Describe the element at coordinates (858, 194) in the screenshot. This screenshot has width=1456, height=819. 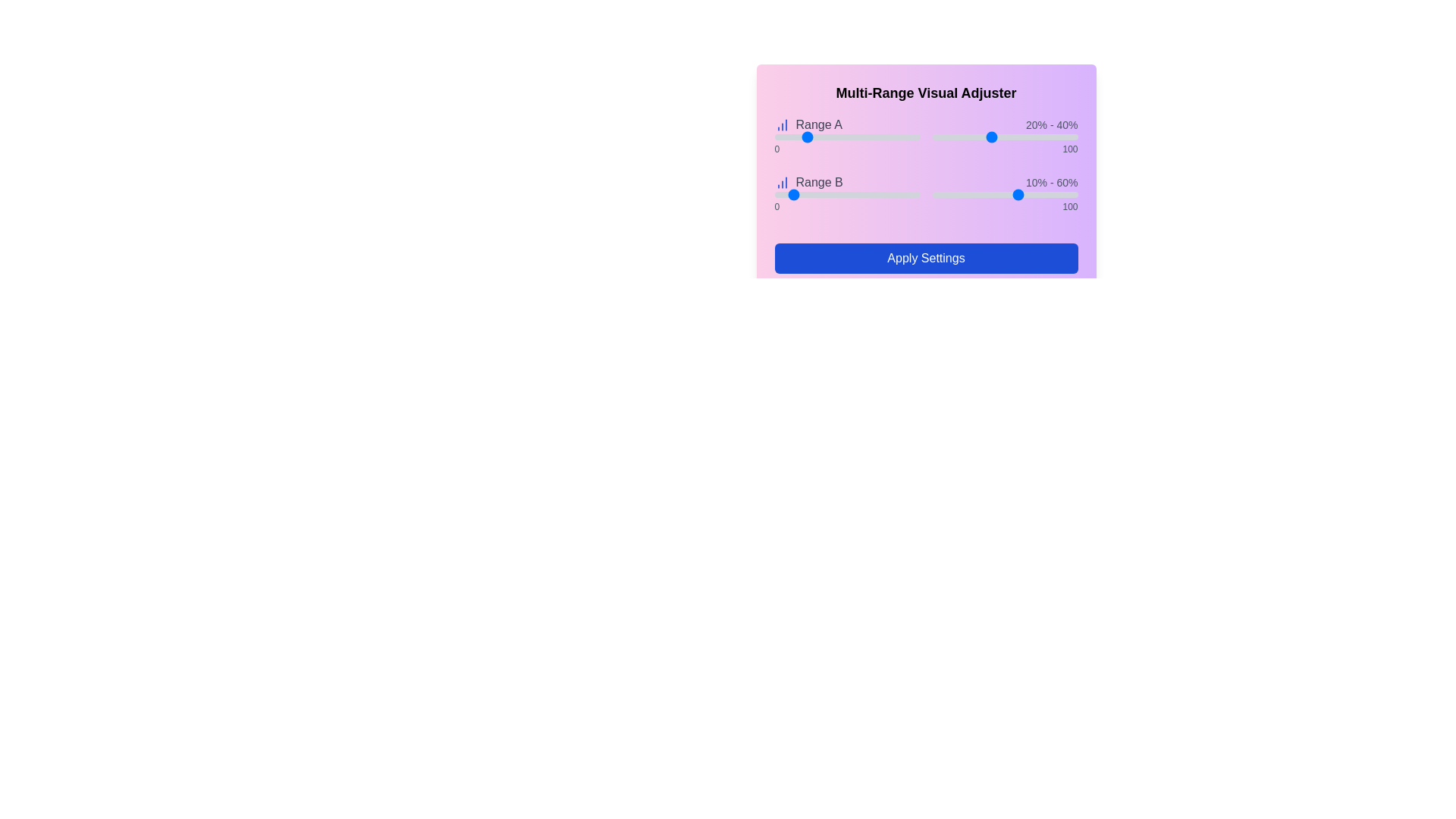
I see `the Range B slider position` at that location.